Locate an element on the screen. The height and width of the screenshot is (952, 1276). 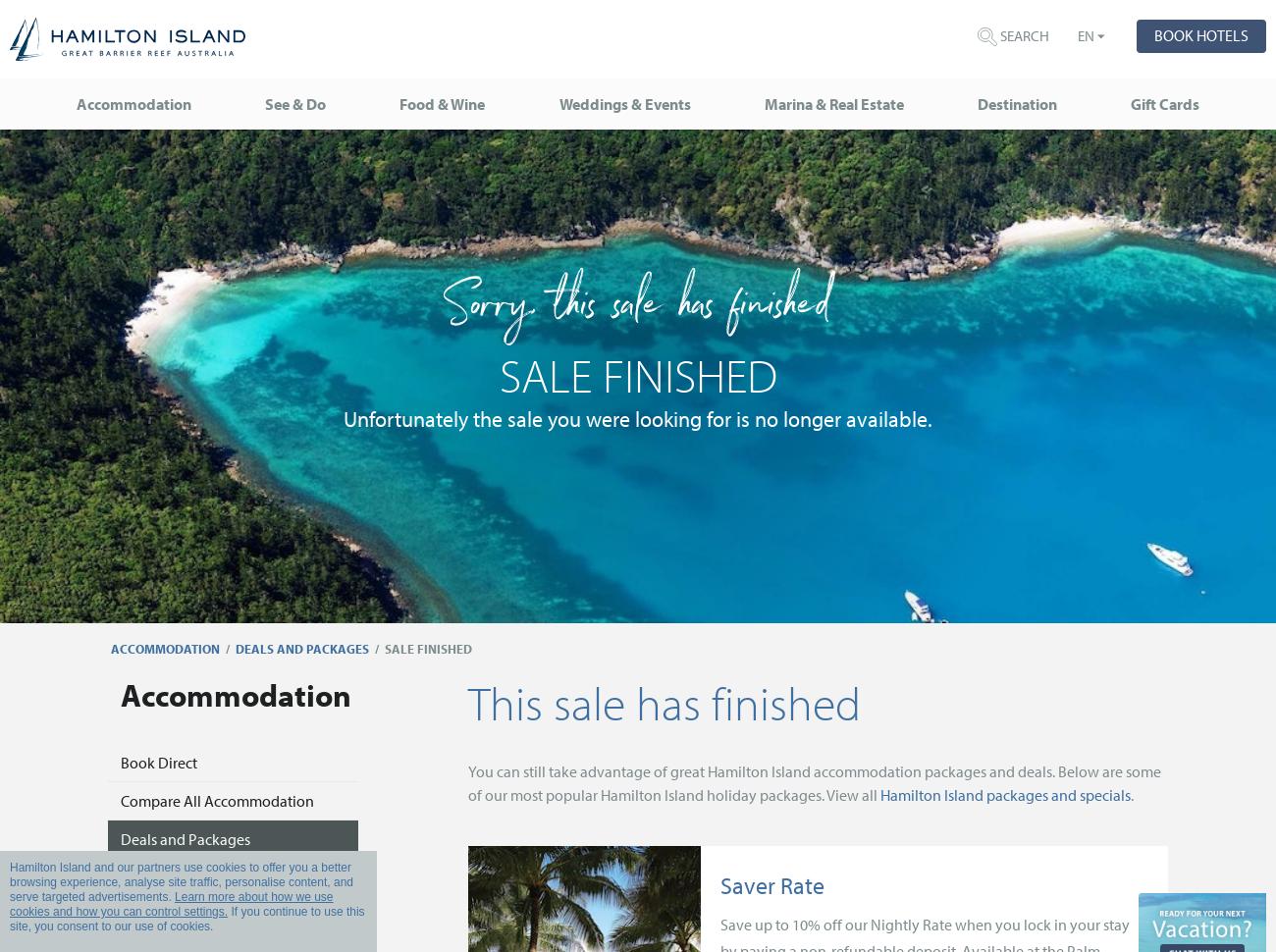
'Search' is located at coordinates (1023, 34).